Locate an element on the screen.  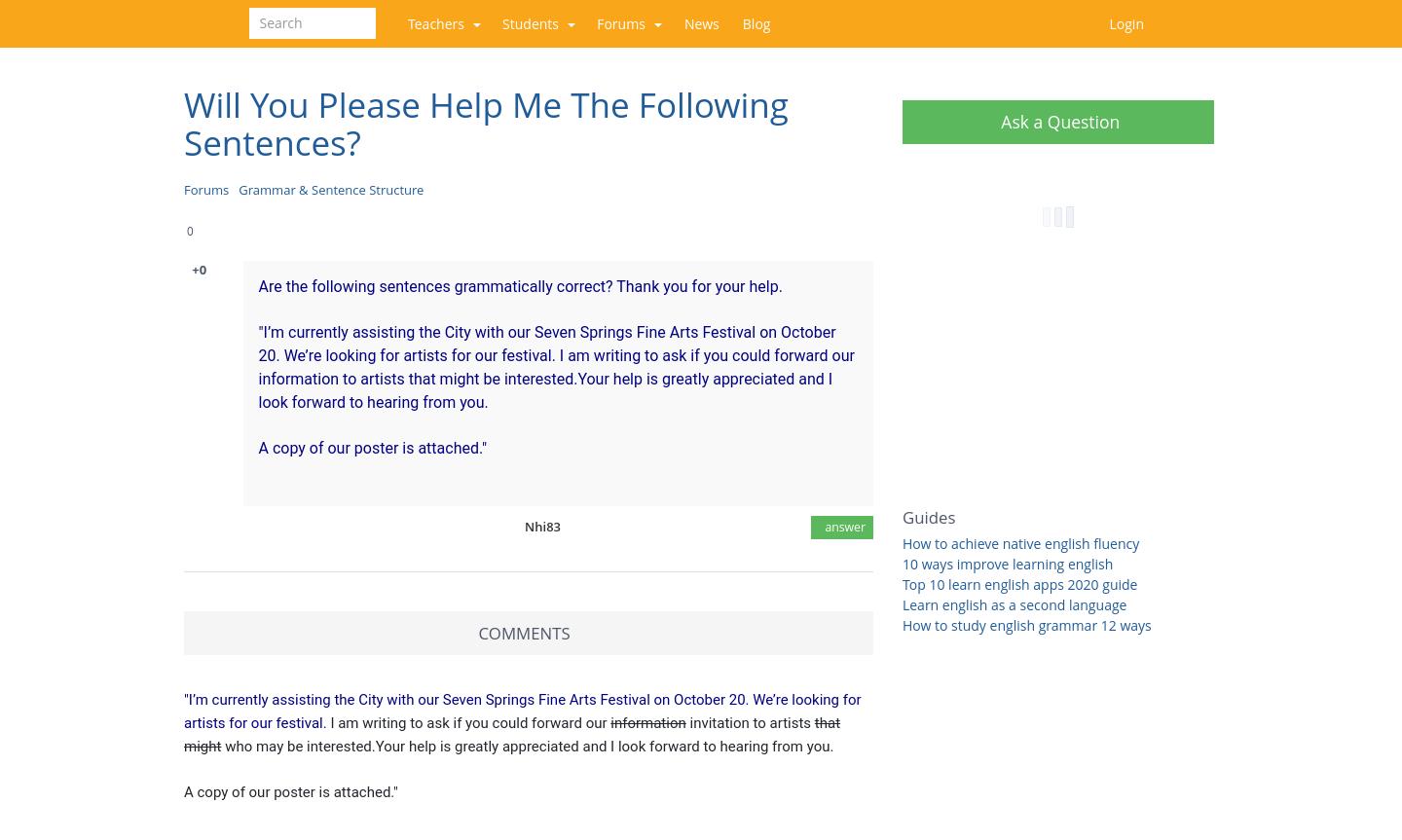
'I am writing to ask if you could forward our information to artists that might be interested.Your help is greatly appreciated and I look forward to hearing from you.' is located at coordinates (555, 378).